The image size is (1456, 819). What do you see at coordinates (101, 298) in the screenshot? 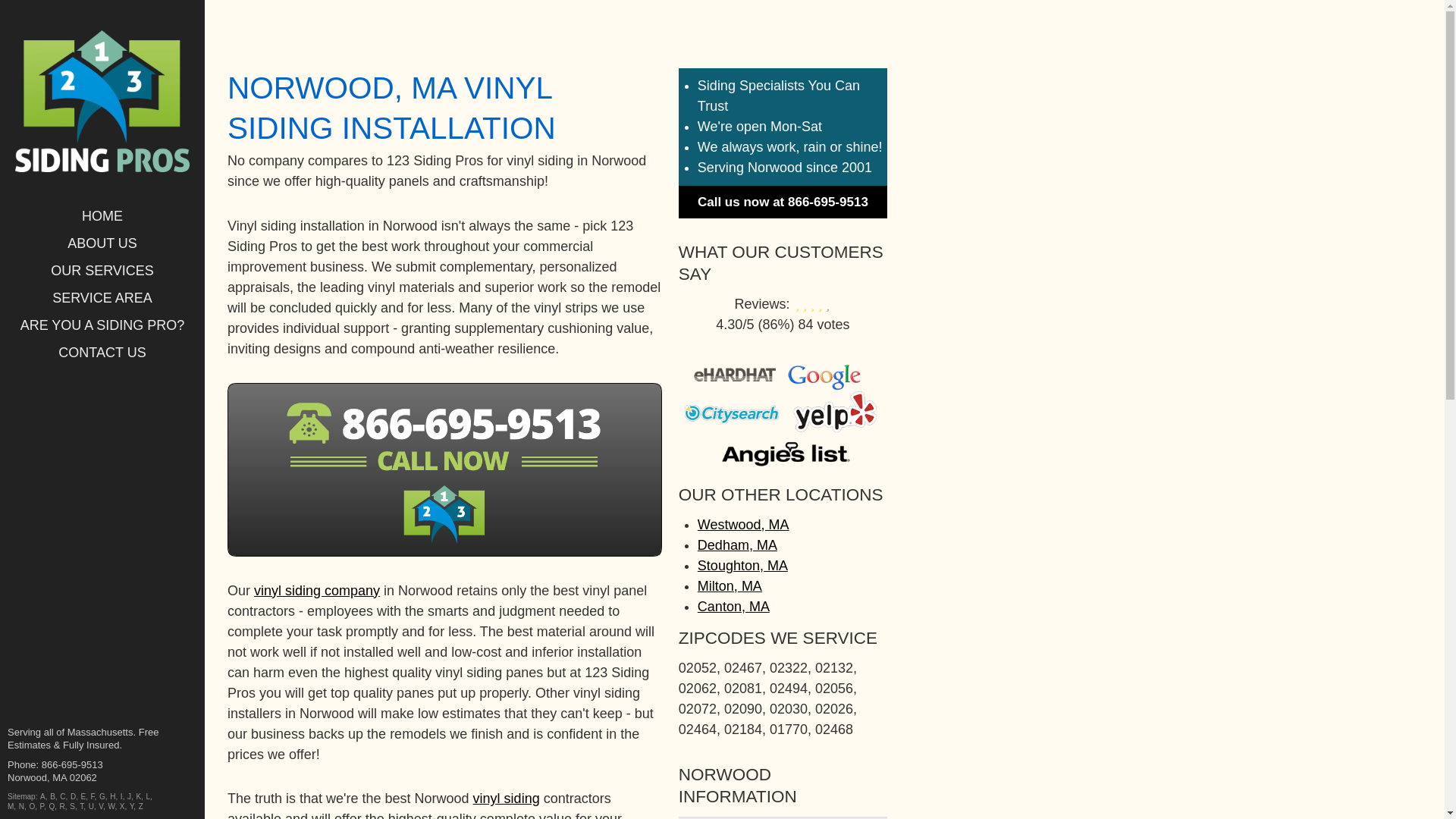
I see `'SERVICE AREA'` at bounding box center [101, 298].